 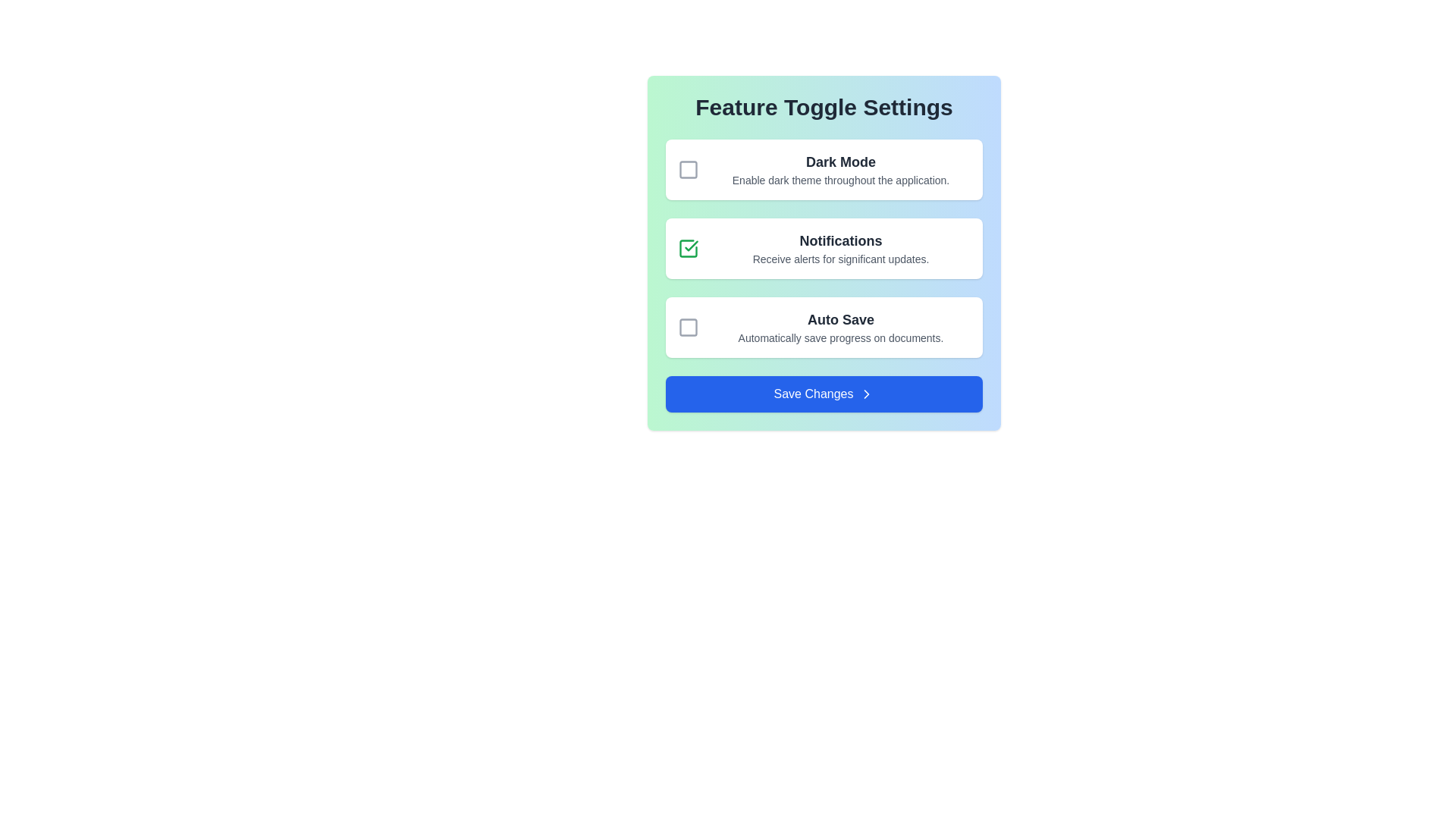 What do you see at coordinates (867, 394) in the screenshot?
I see `the chevron right arrow icon located on the right edge of the 'Save Changes' button` at bounding box center [867, 394].